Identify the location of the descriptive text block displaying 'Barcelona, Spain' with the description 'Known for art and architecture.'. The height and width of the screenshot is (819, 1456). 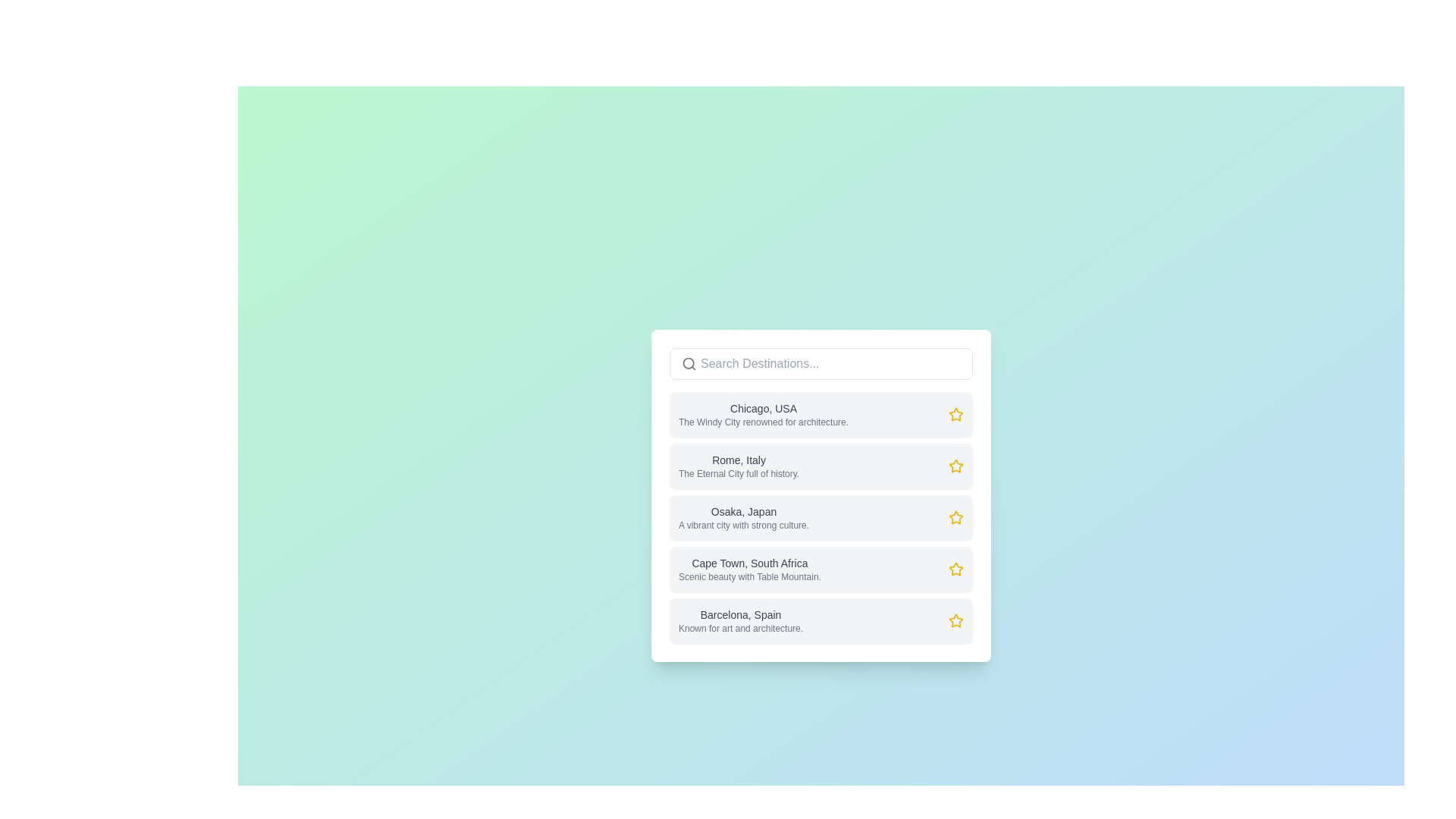
(741, 620).